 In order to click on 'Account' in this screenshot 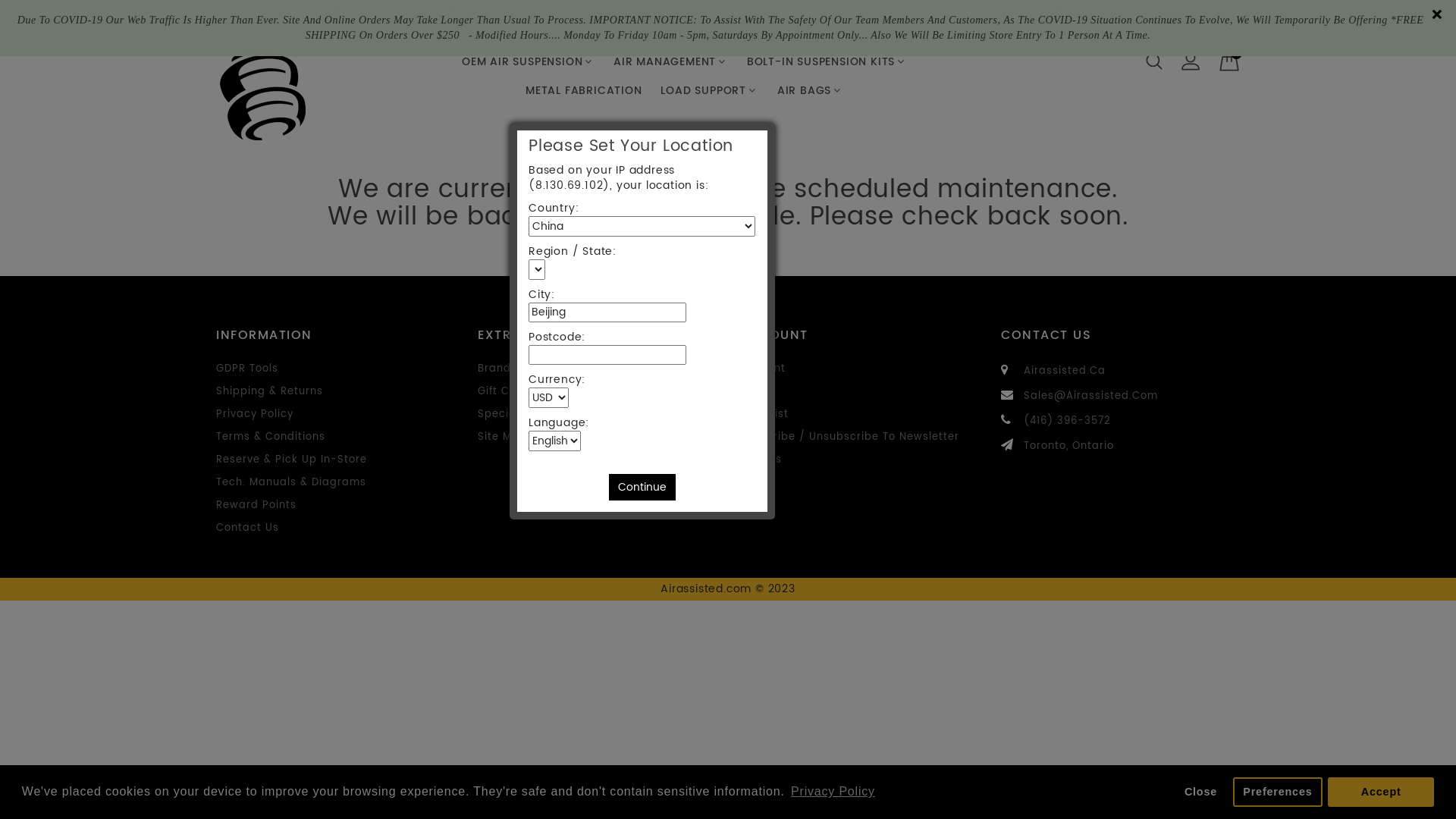, I will do `click(762, 369)`.